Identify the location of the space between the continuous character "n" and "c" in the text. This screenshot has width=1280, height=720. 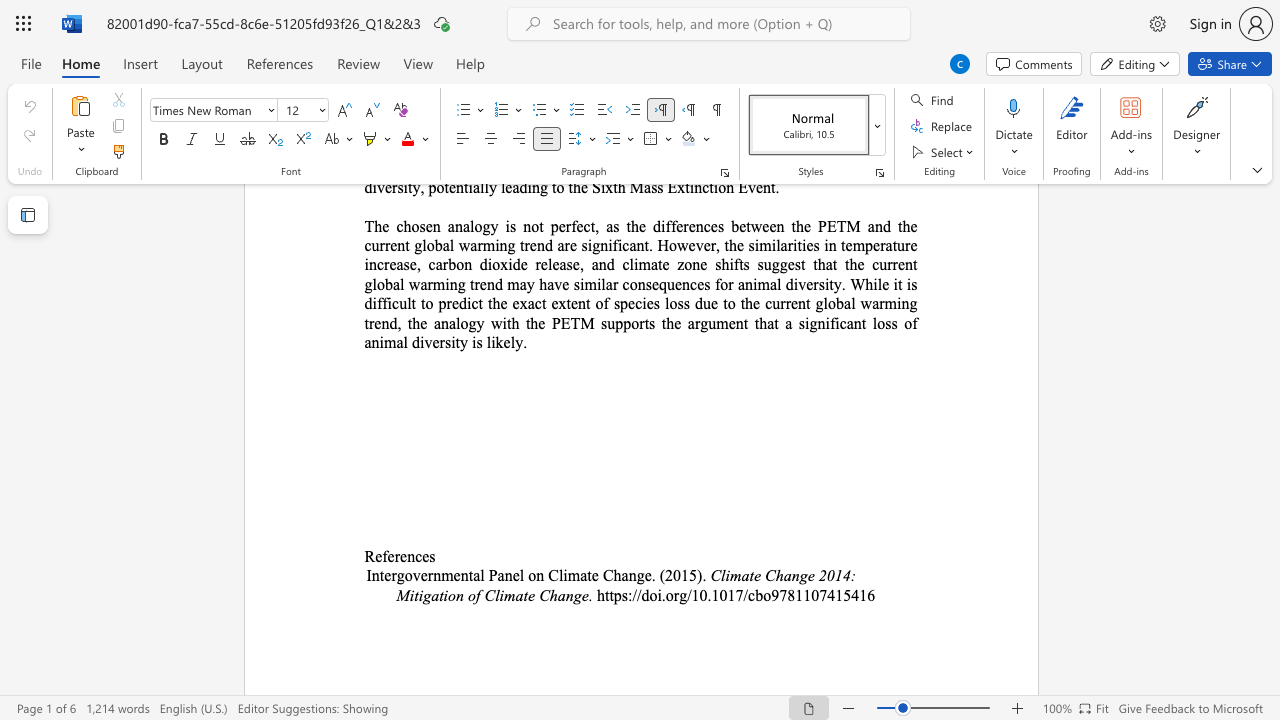
(413, 556).